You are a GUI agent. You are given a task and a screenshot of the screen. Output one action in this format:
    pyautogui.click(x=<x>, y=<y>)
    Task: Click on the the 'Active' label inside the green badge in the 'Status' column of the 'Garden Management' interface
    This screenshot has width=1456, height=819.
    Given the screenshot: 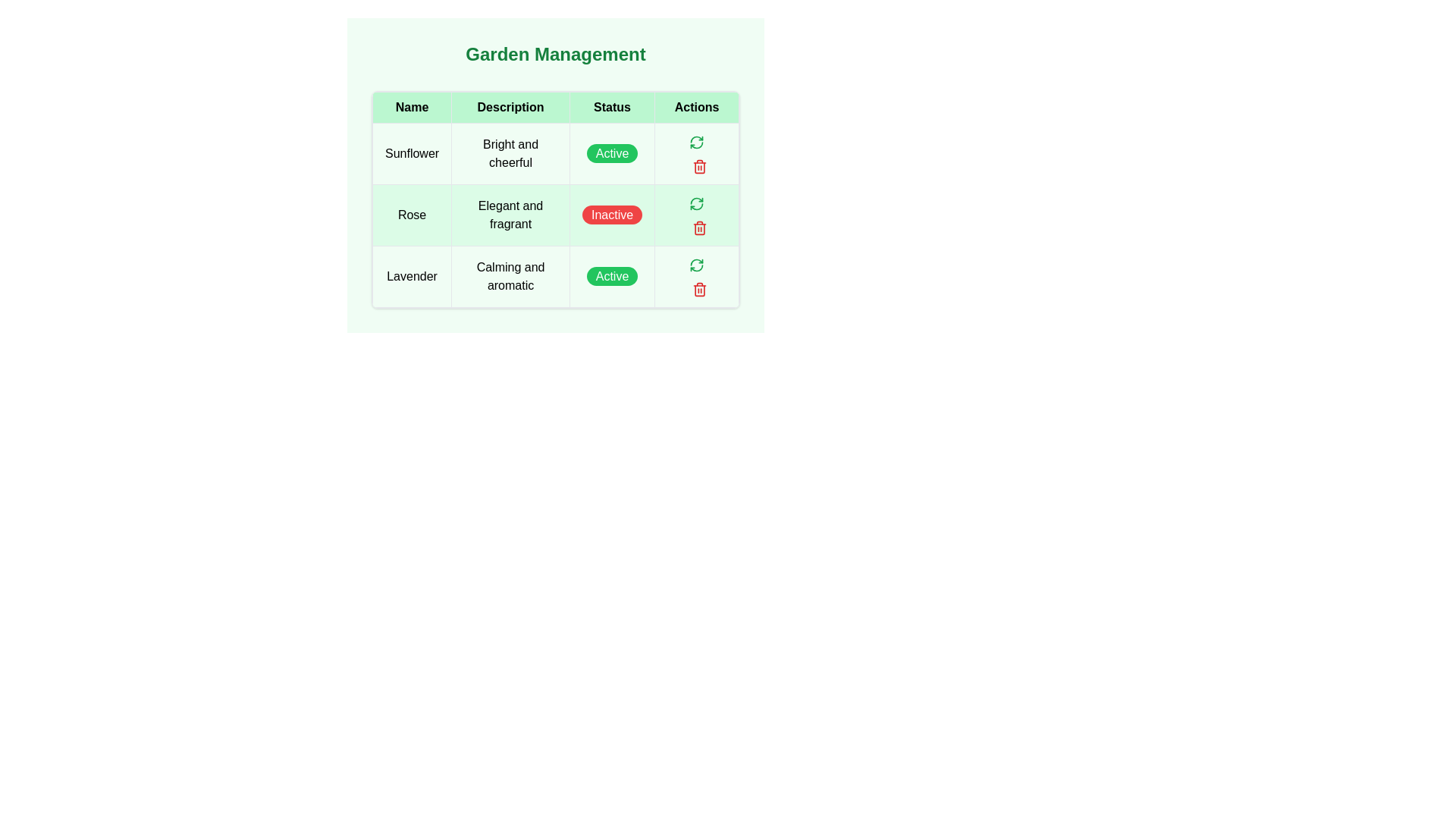 What is the action you would take?
    pyautogui.click(x=612, y=154)
    